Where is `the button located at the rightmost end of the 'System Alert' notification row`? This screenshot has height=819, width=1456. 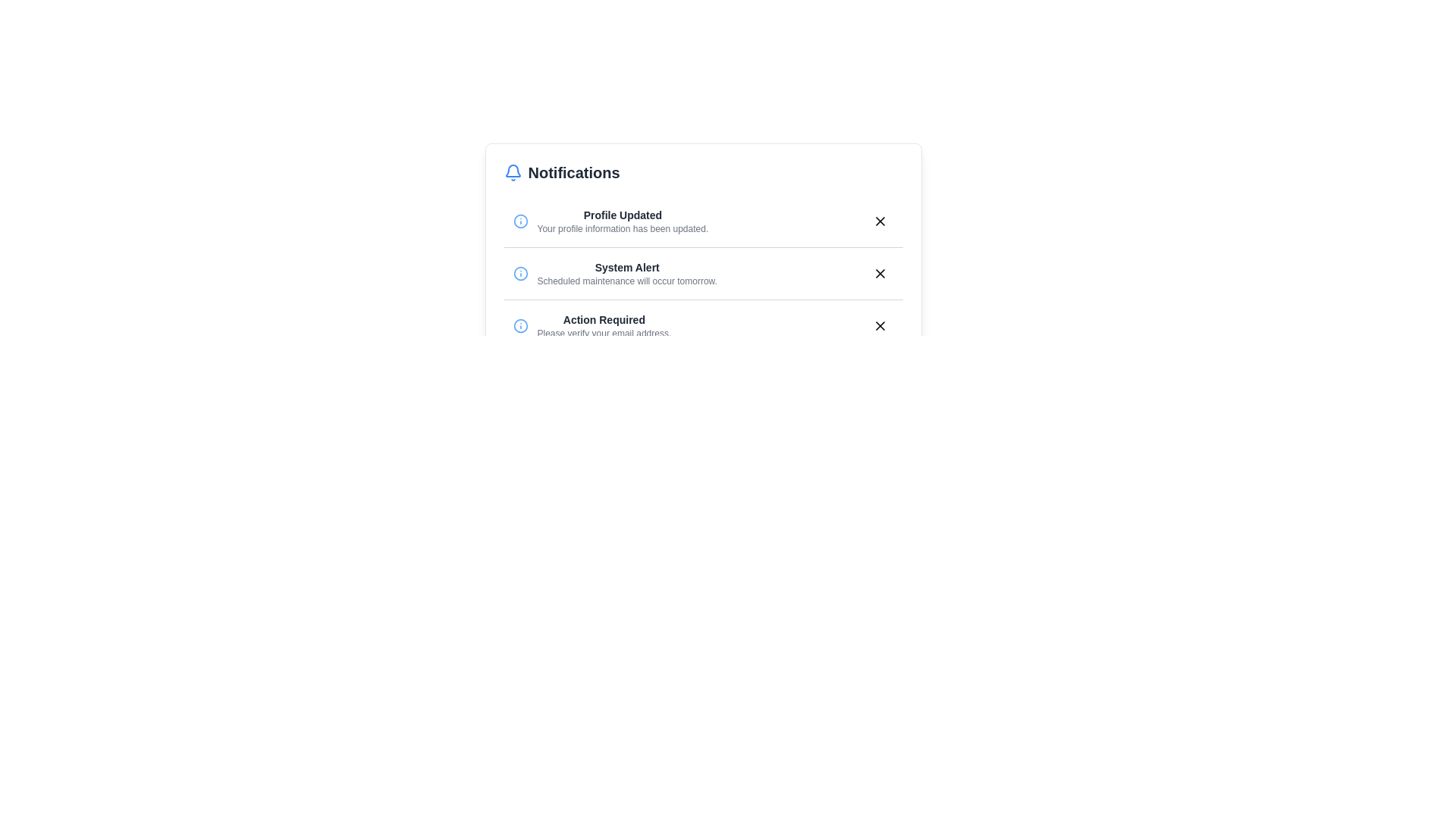
the button located at the rightmost end of the 'System Alert' notification row is located at coordinates (880, 274).